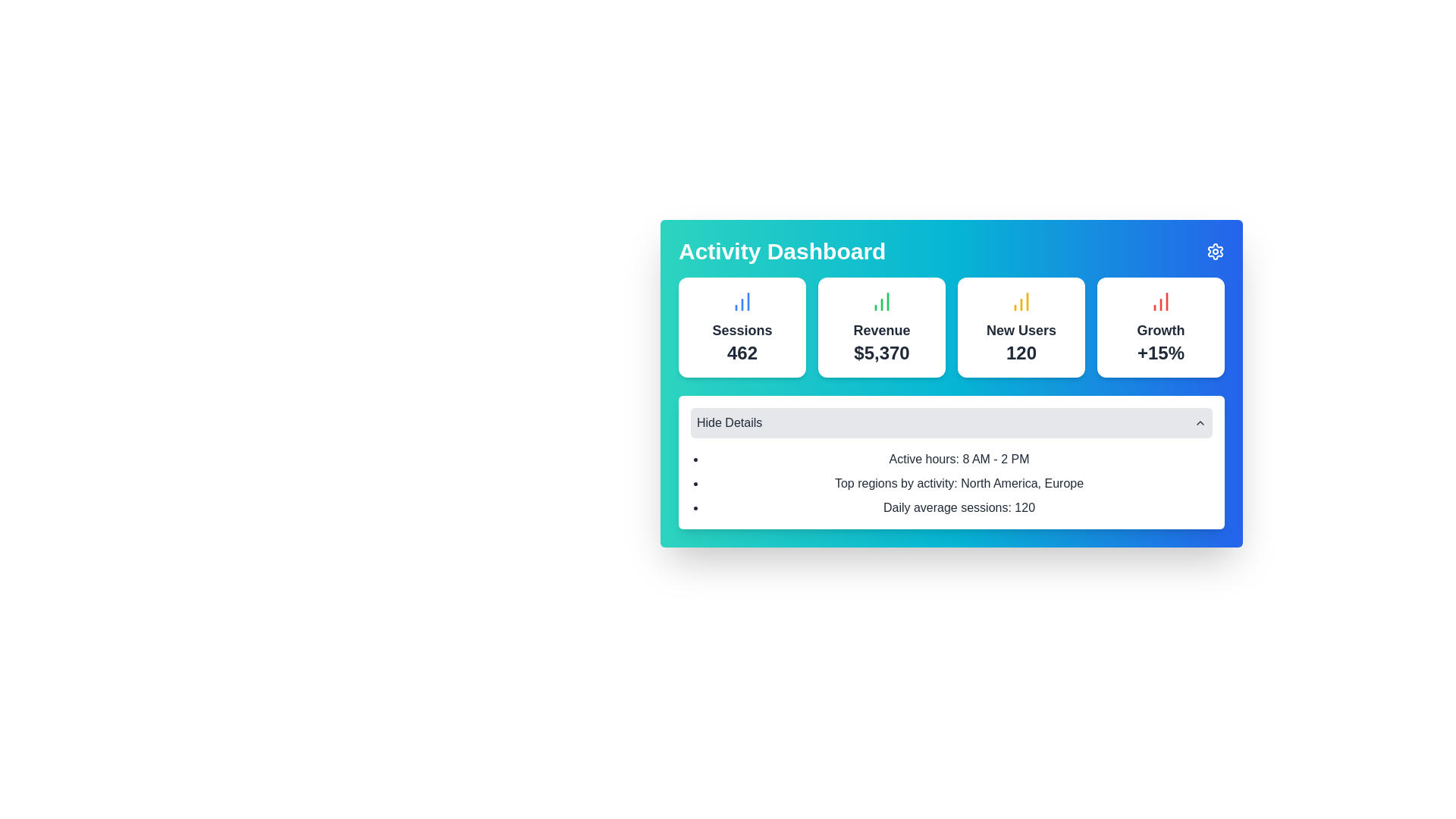 The height and width of the screenshot is (819, 1456). What do you see at coordinates (1021, 353) in the screenshot?
I see `the label displaying the number of new users, located in the third widget box from the left in the top row of the dashboard, below the label 'New Users'` at bounding box center [1021, 353].